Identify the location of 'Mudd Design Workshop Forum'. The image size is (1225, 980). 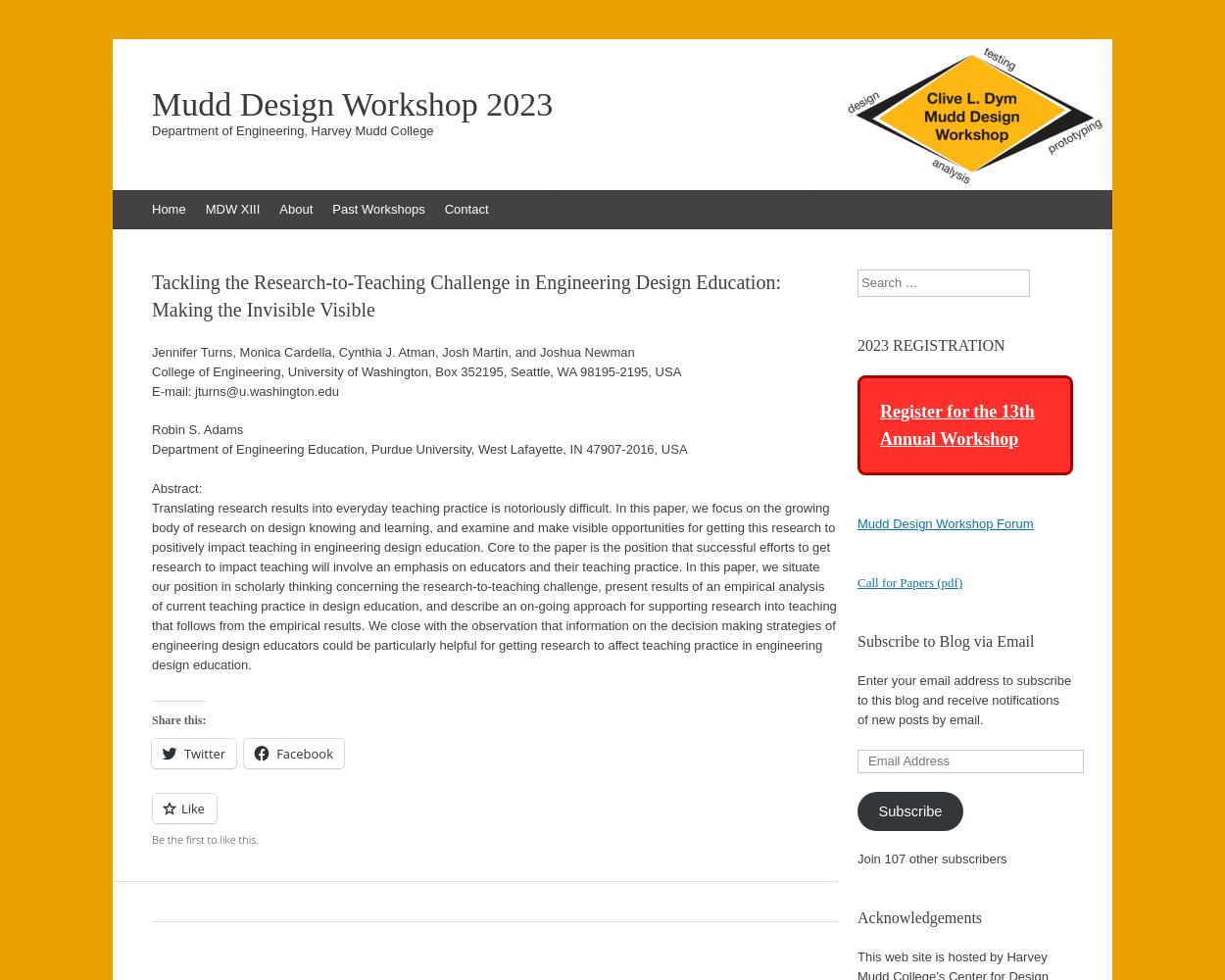
(857, 523).